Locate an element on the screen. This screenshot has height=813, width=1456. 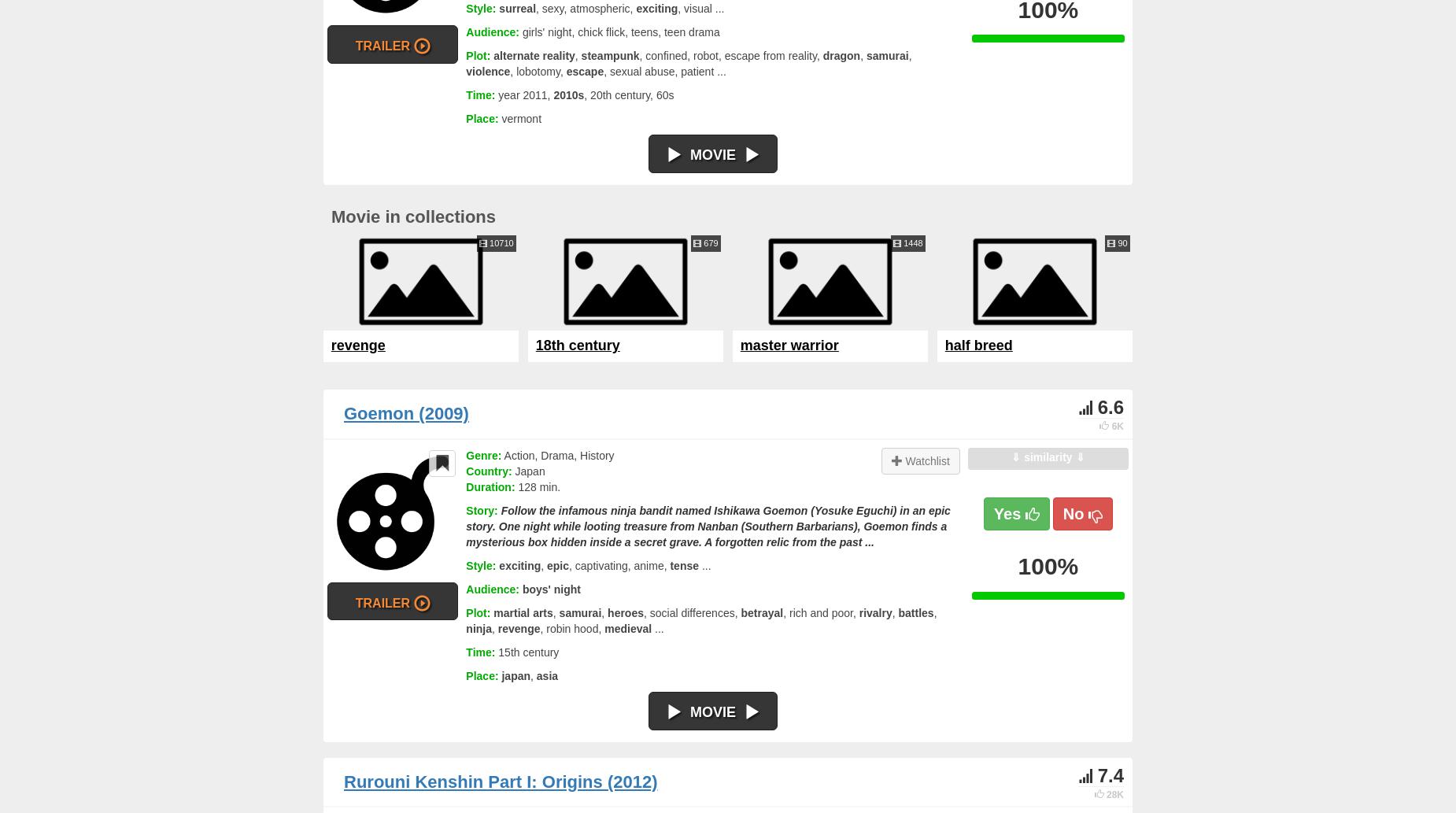
'half breed' is located at coordinates (977, 346).